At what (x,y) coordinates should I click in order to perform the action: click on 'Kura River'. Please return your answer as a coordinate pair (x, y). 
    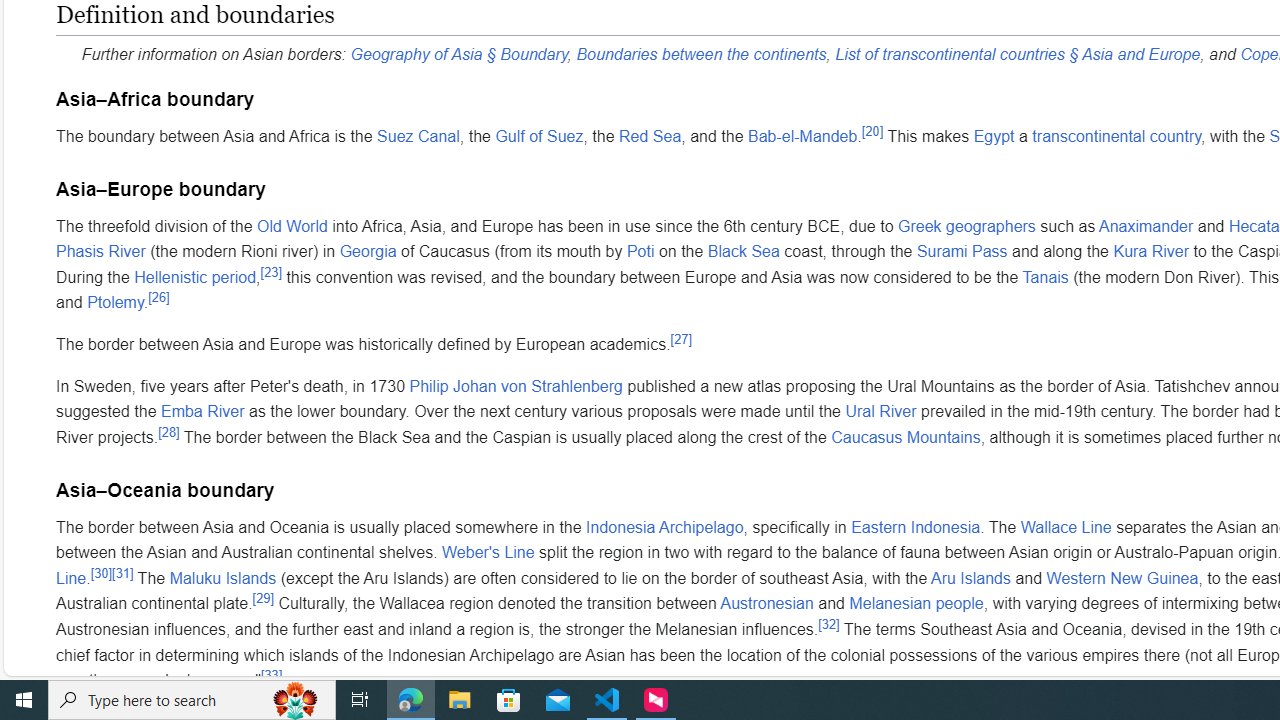
    Looking at the image, I should click on (1152, 250).